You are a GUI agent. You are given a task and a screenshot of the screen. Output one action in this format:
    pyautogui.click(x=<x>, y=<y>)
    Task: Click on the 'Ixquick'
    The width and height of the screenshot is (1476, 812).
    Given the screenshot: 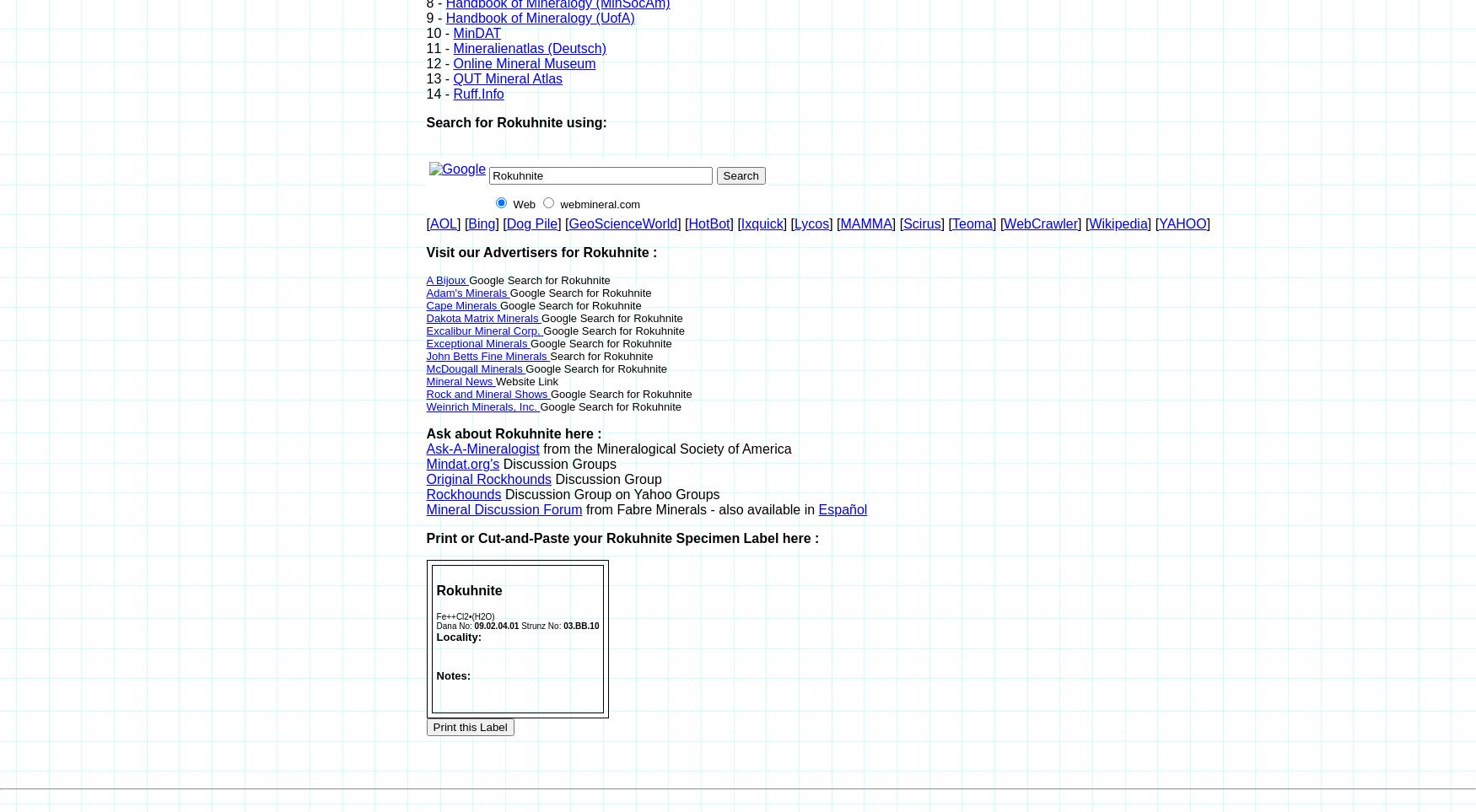 What is the action you would take?
    pyautogui.click(x=761, y=223)
    